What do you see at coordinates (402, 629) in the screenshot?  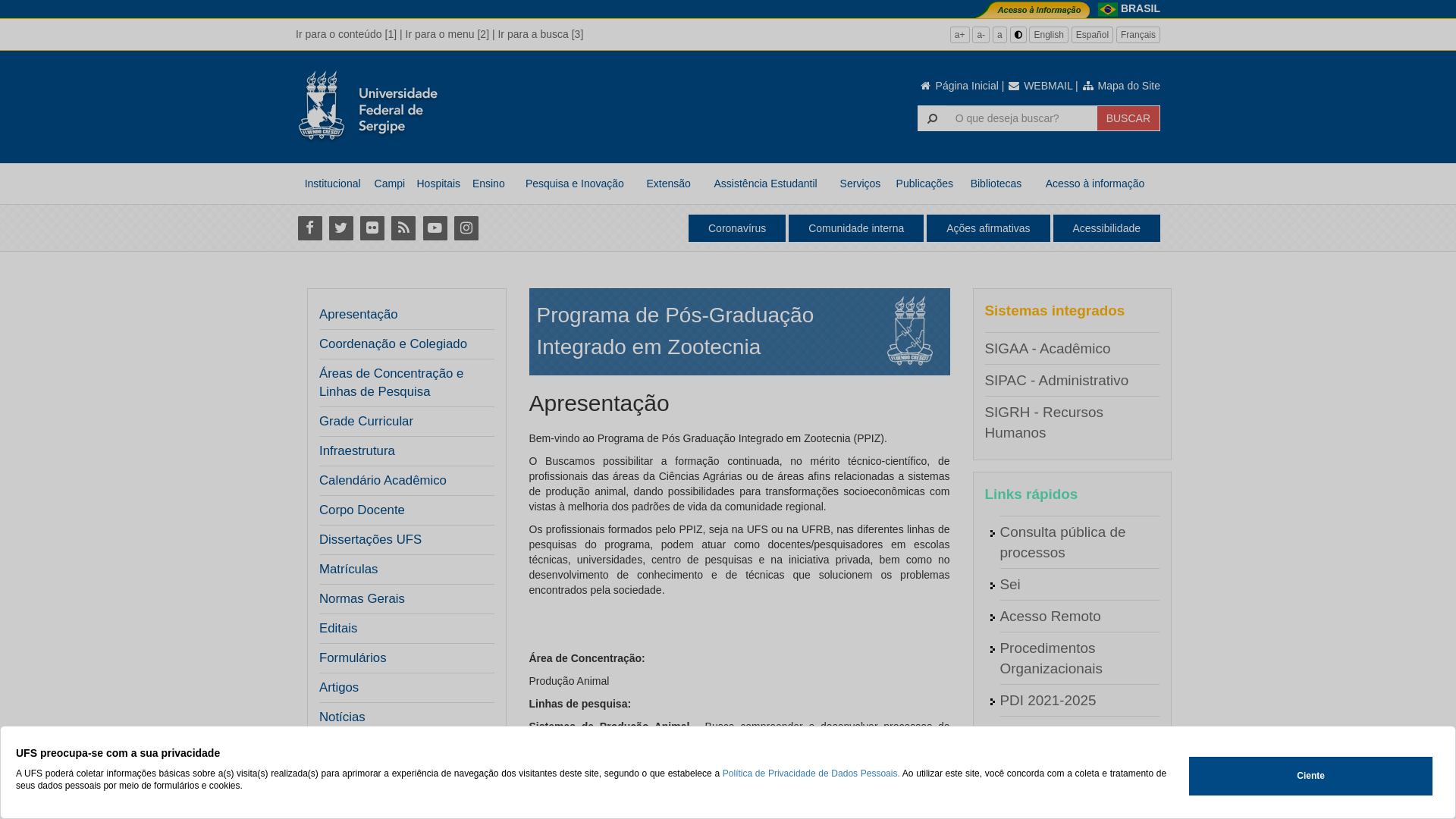 I see `'Editais'` at bounding box center [402, 629].